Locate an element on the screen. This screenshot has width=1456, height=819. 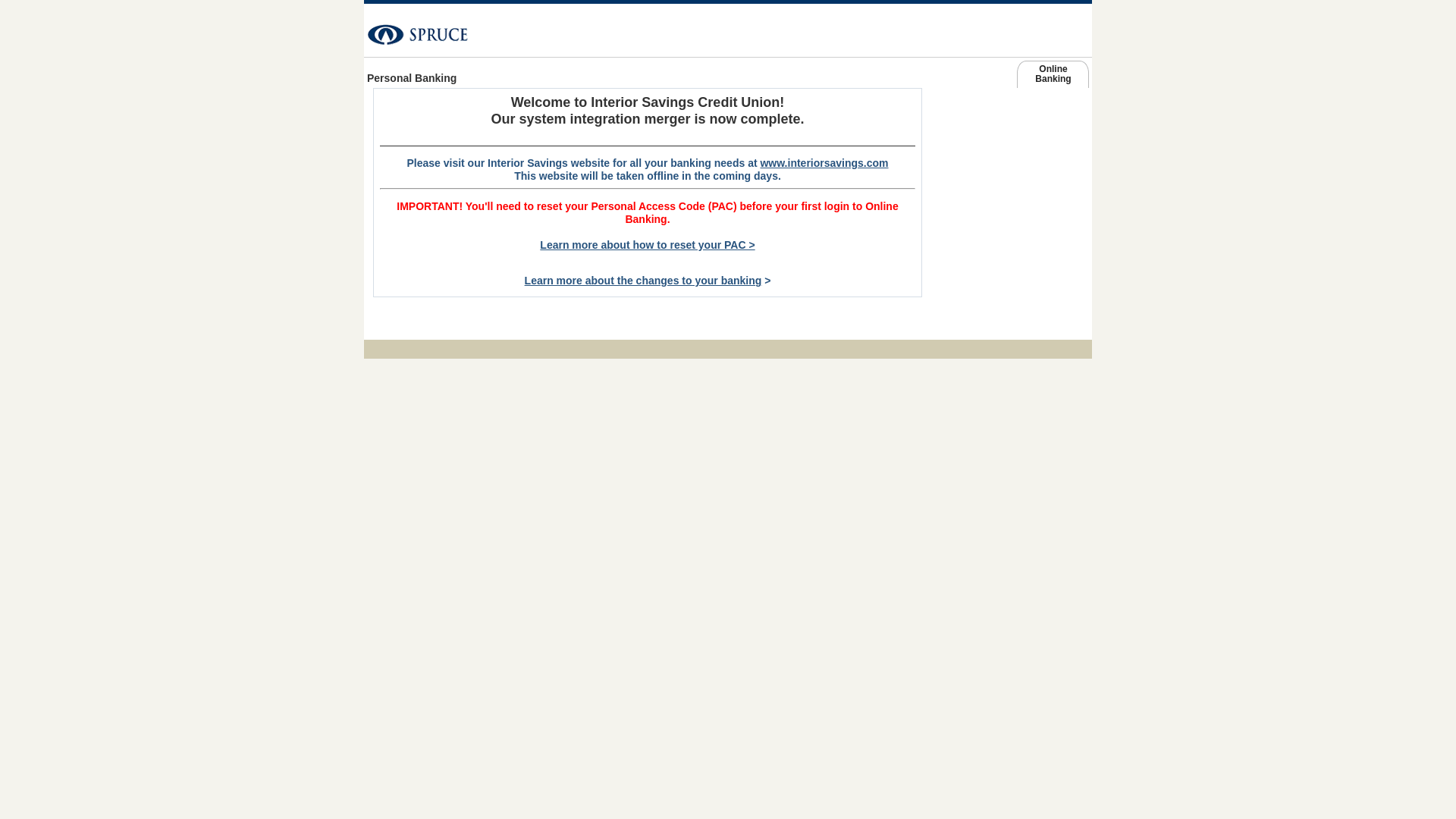
'Online Banking' is located at coordinates (1052, 77).